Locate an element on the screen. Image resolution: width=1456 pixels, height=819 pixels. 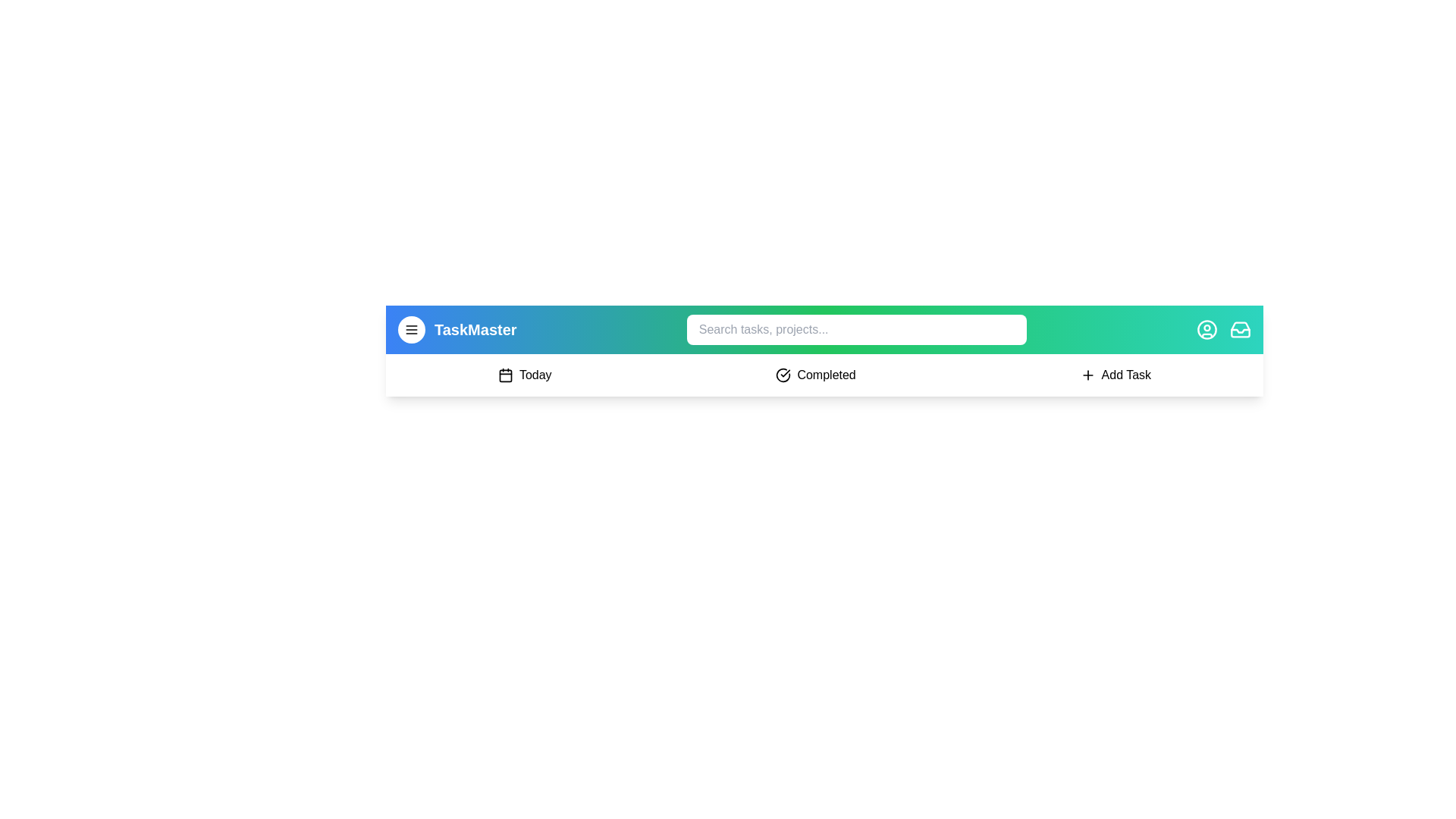
the 'Add Task' button to initiate the task creation process is located at coordinates (1115, 375).